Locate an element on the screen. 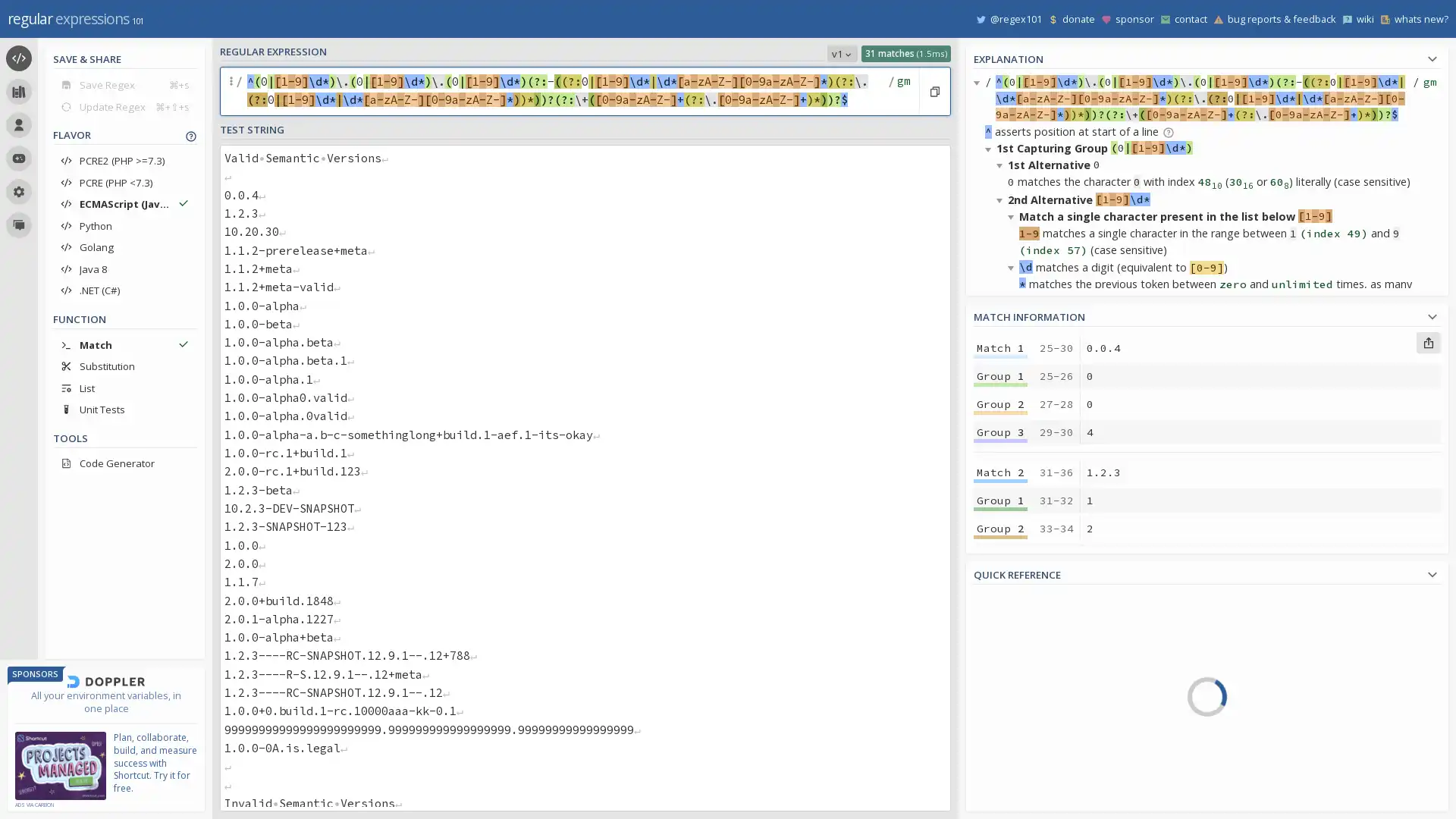 This screenshot has width=1456, height=819. Collapse Subtree is located at coordinates (1002, 576).